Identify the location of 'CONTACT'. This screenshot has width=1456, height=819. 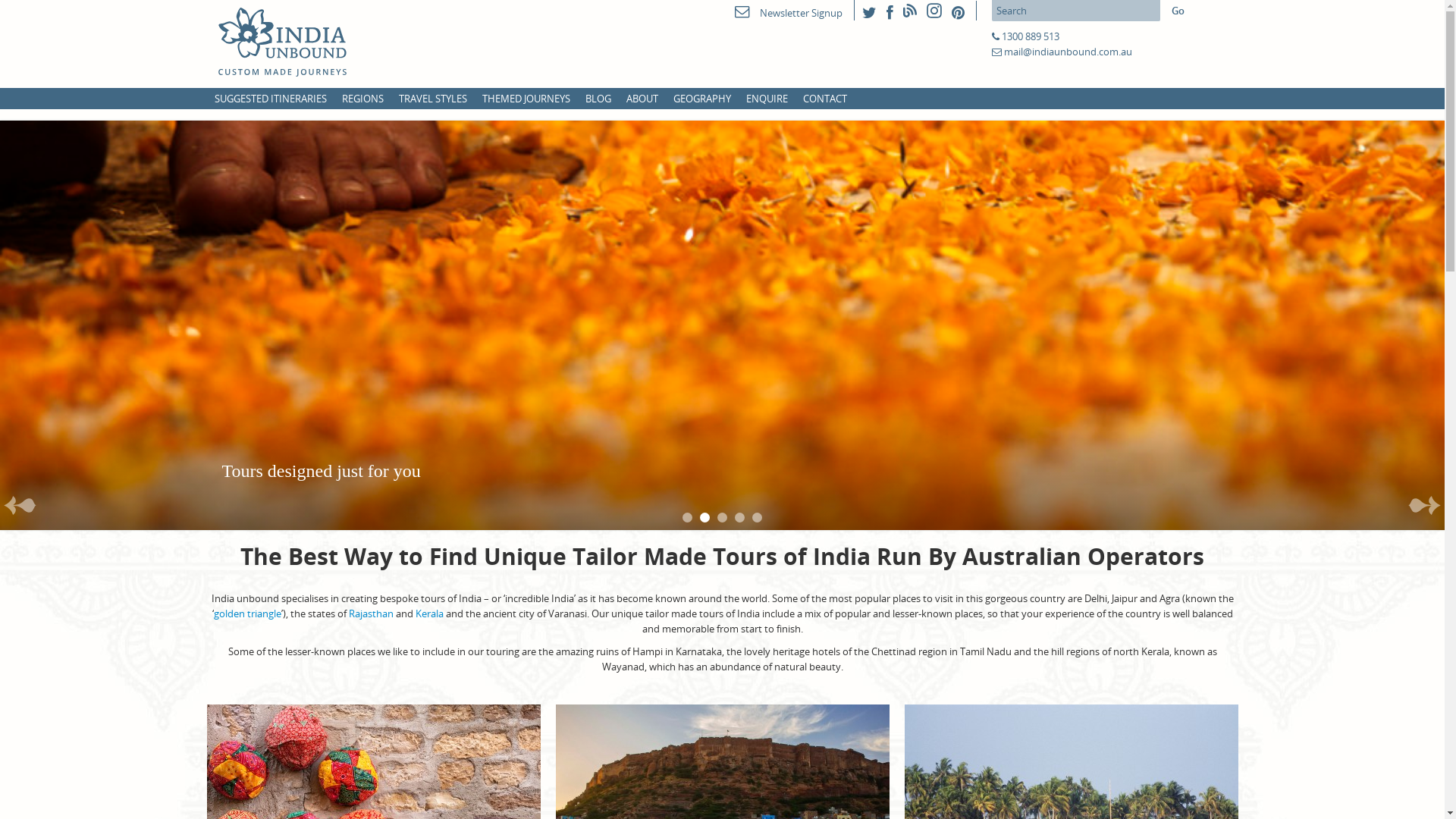
(801, 99).